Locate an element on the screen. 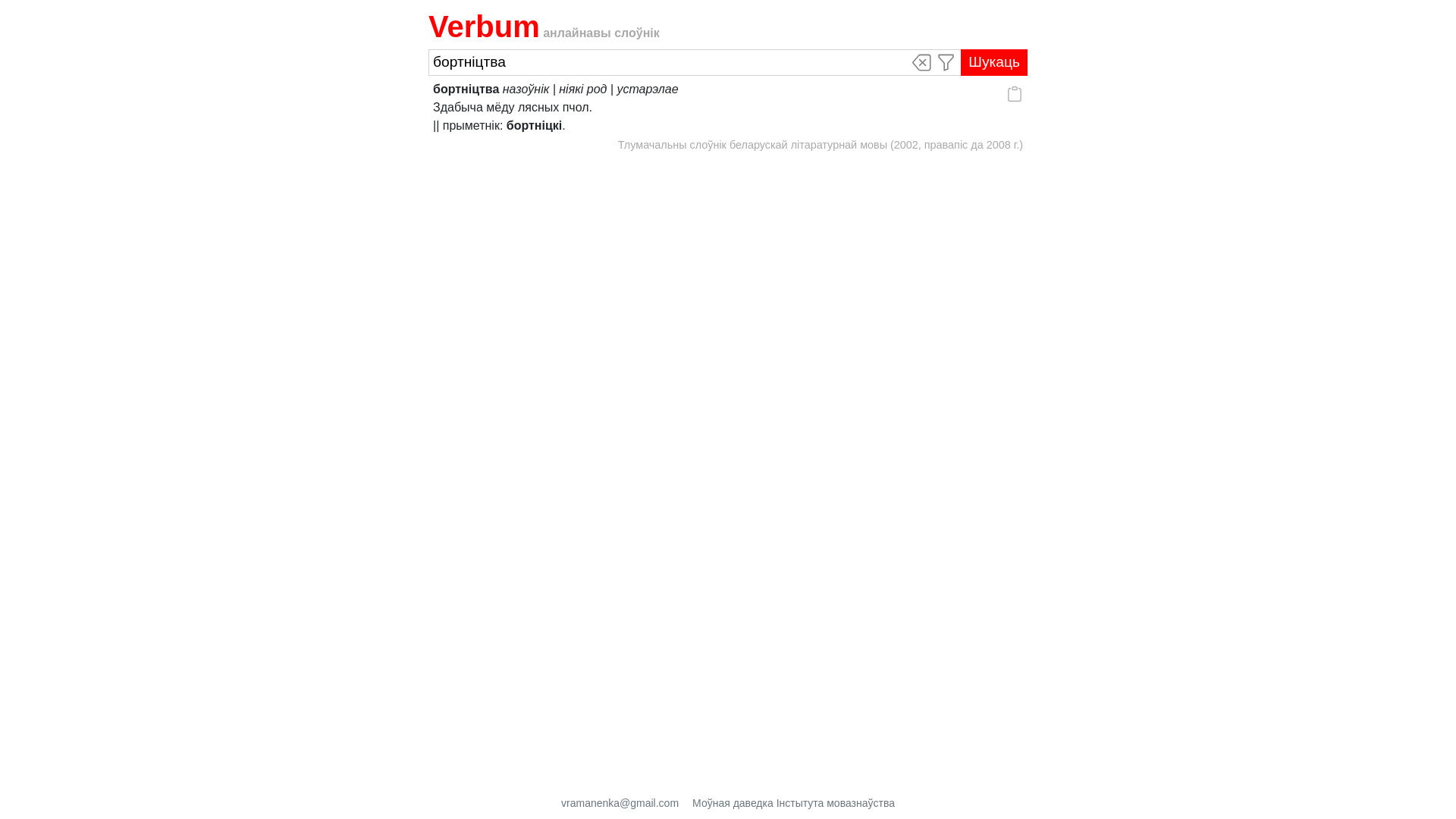  'Verbum' is located at coordinates (483, 26).